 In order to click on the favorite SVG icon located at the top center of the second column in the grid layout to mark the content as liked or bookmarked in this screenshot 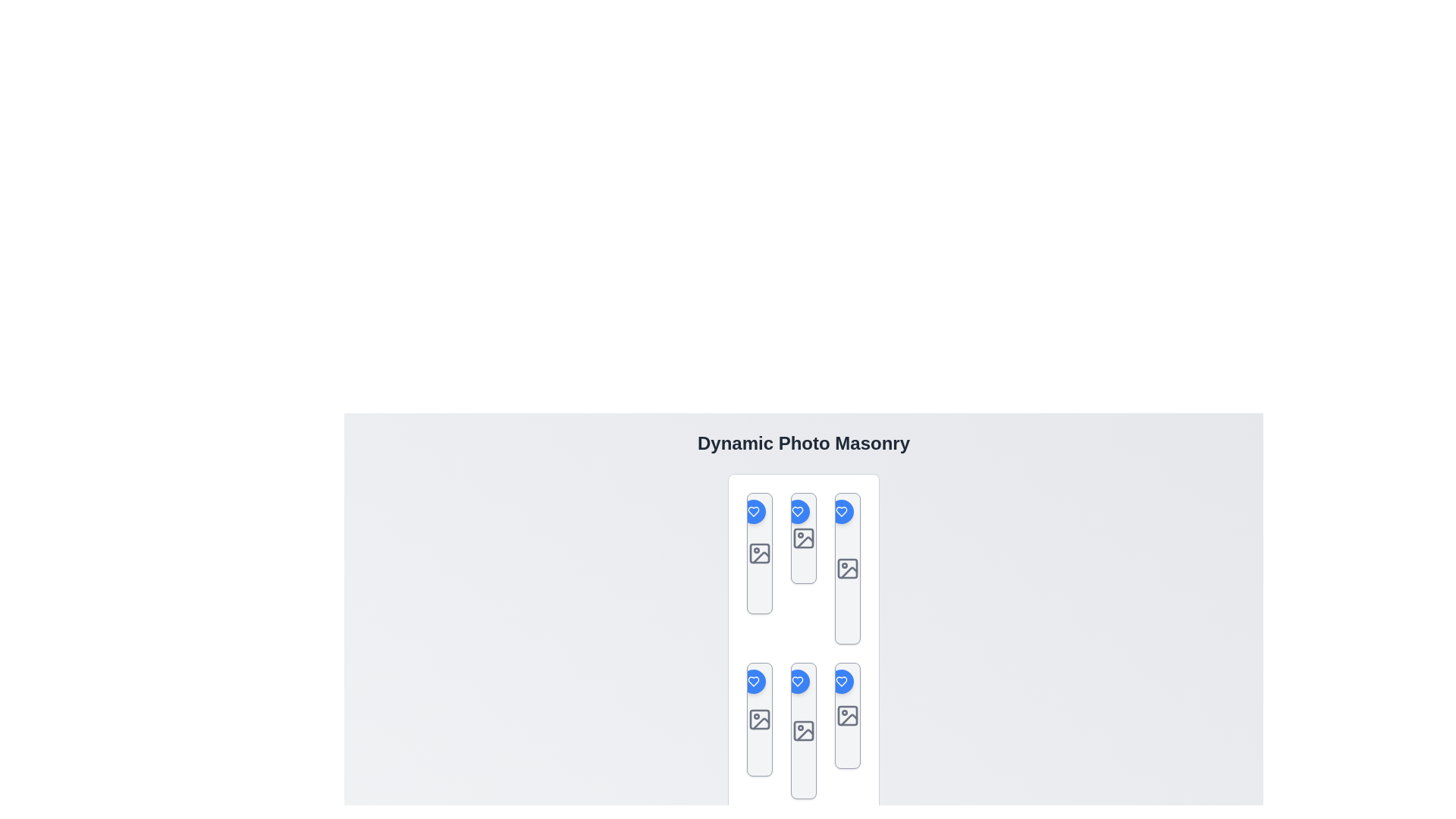, I will do `click(753, 512)`.